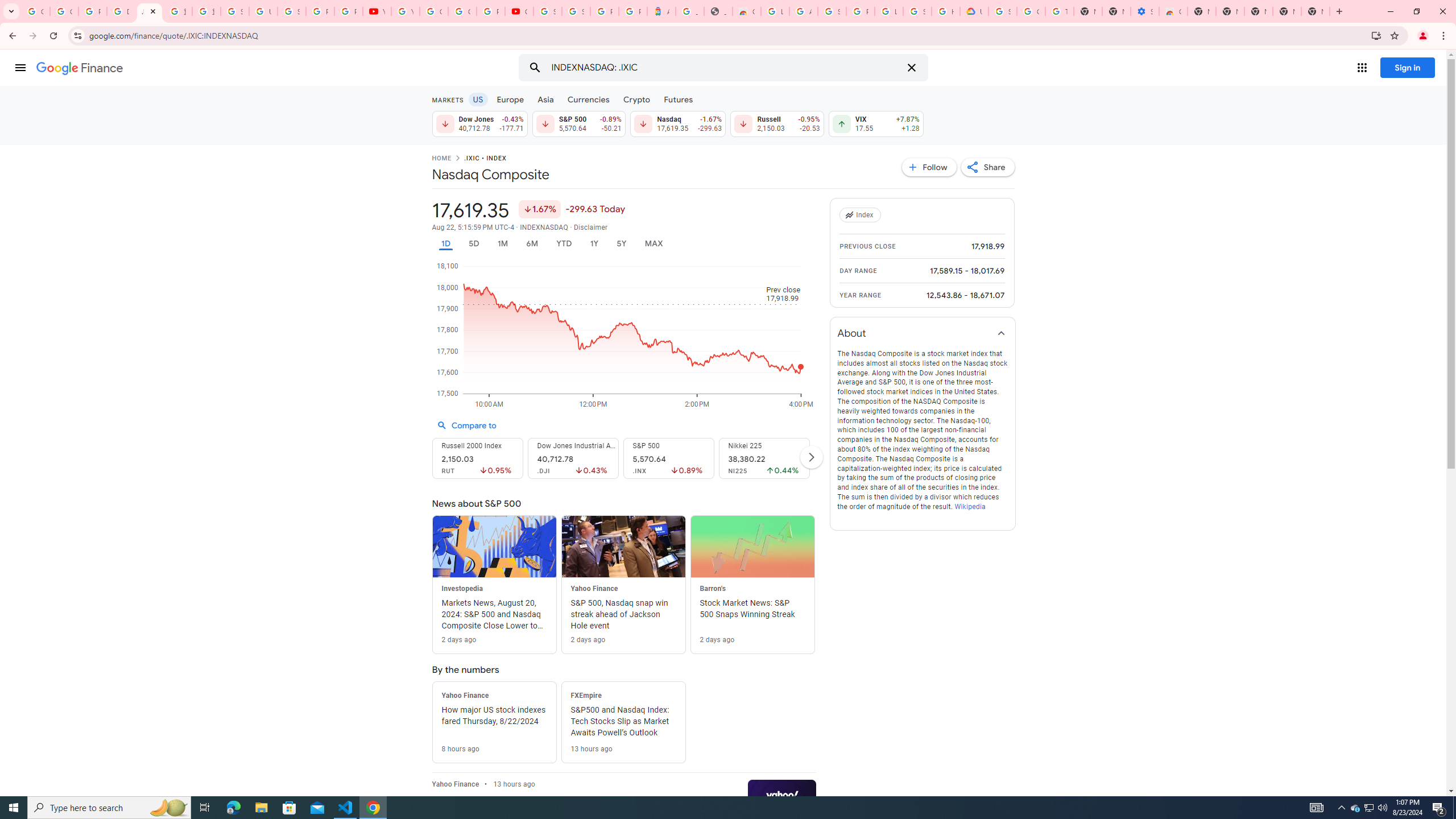 The width and height of the screenshot is (1456, 819). I want to click on 'About', so click(923, 333).